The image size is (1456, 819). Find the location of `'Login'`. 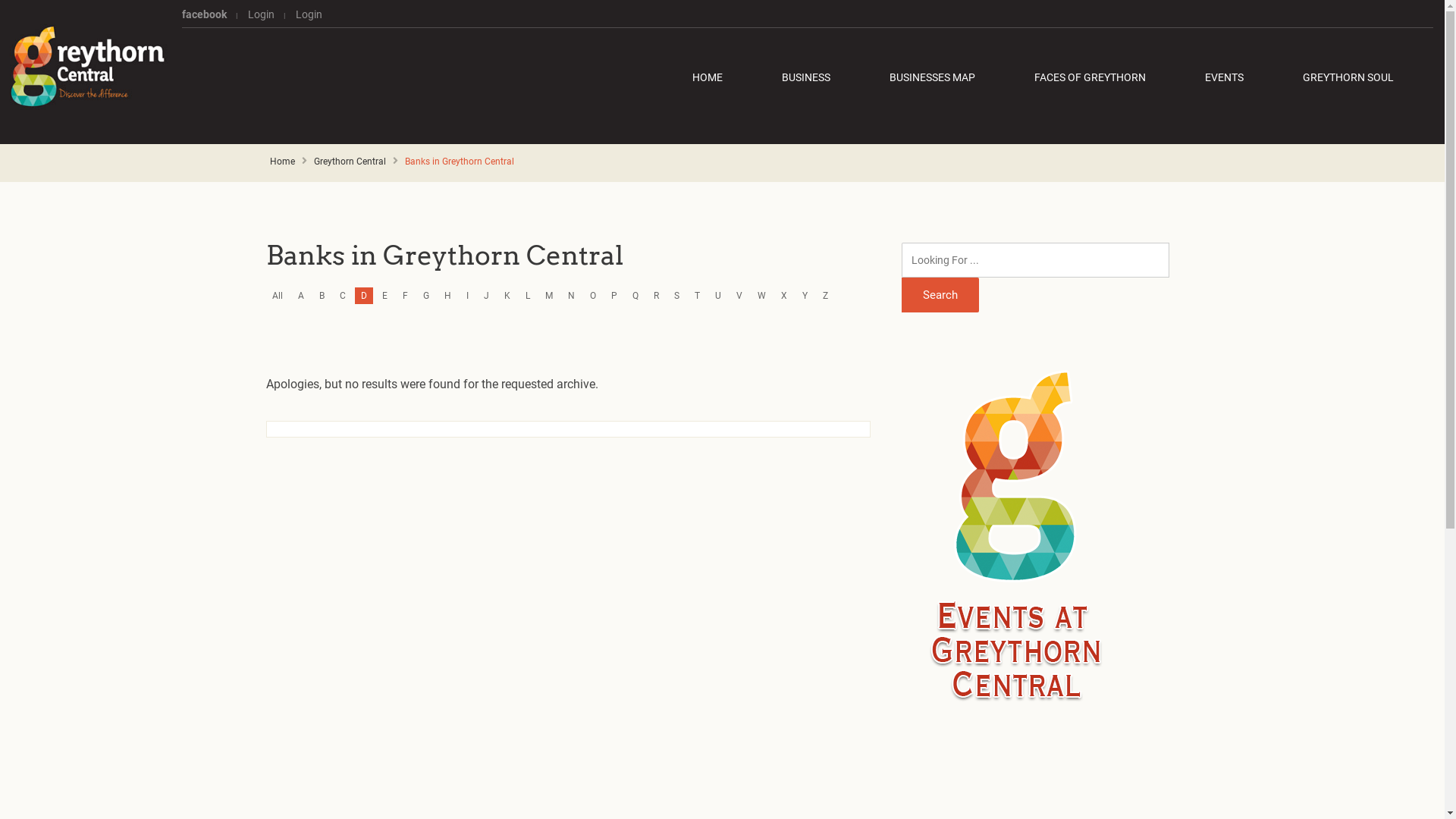

'Login' is located at coordinates (261, 14).